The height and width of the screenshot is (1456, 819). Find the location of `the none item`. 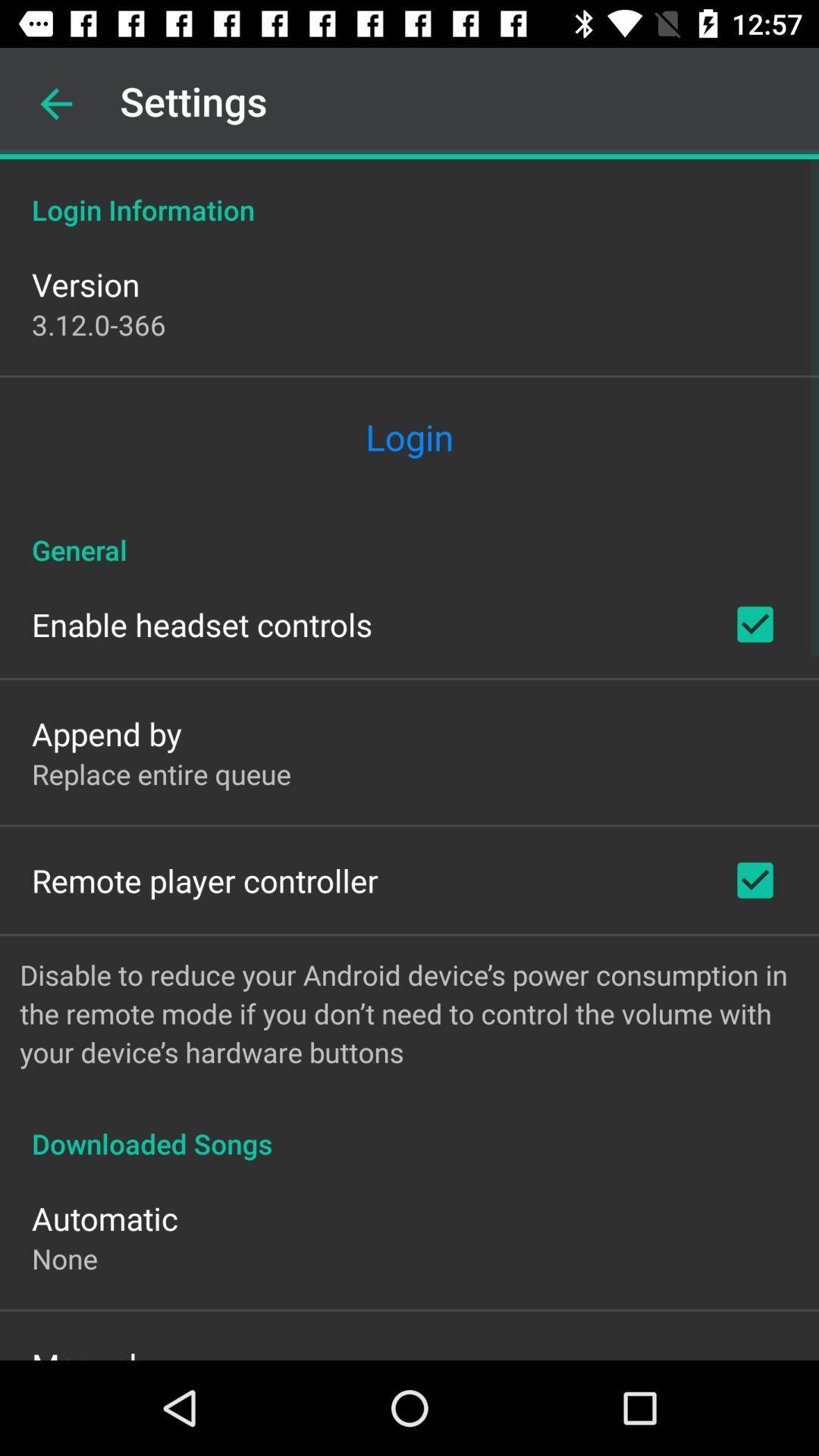

the none item is located at coordinates (64, 1258).